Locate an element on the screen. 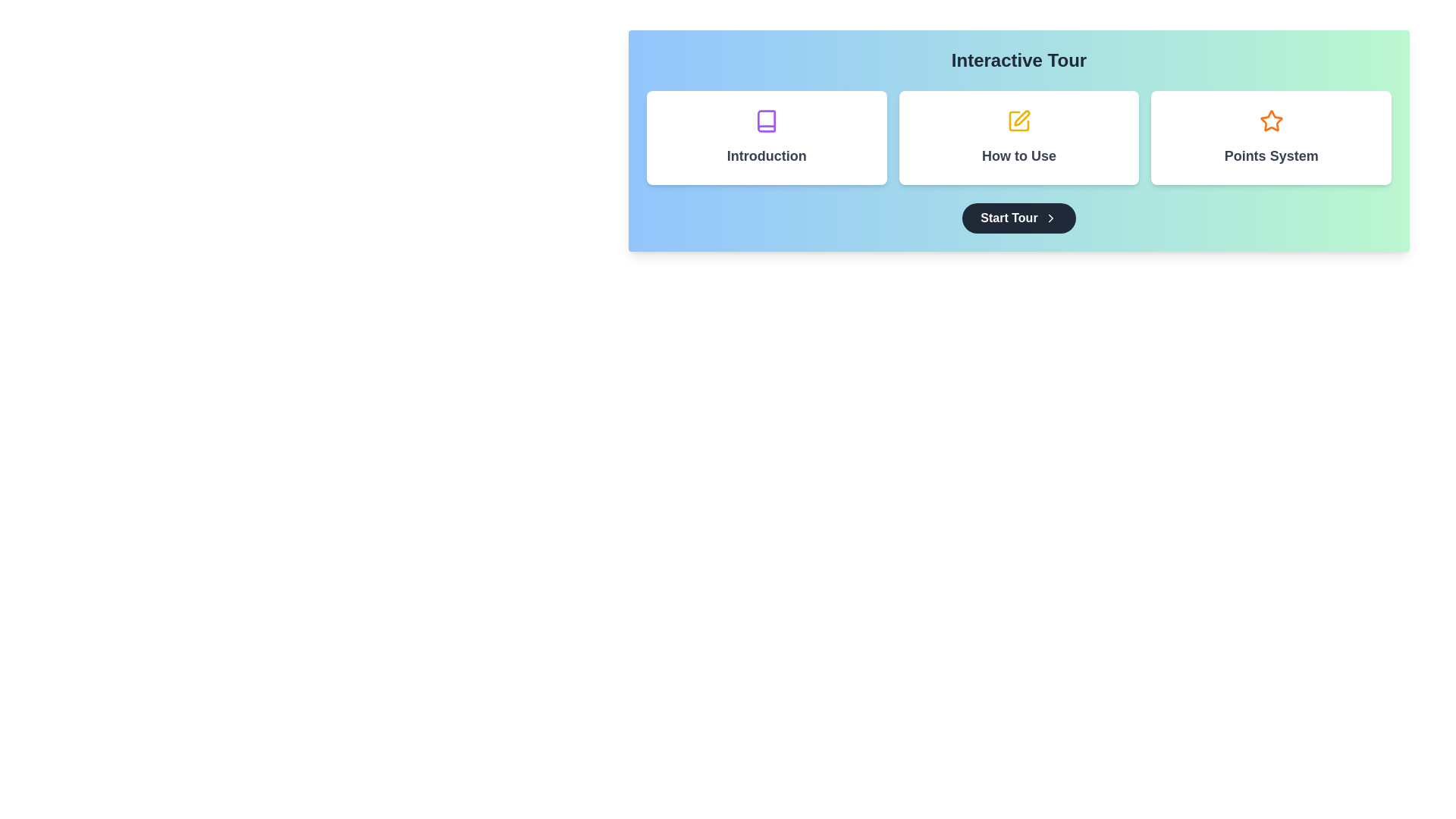  the rounded 'Start Tour' button with dark background and white text is located at coordinates (1019, 218).